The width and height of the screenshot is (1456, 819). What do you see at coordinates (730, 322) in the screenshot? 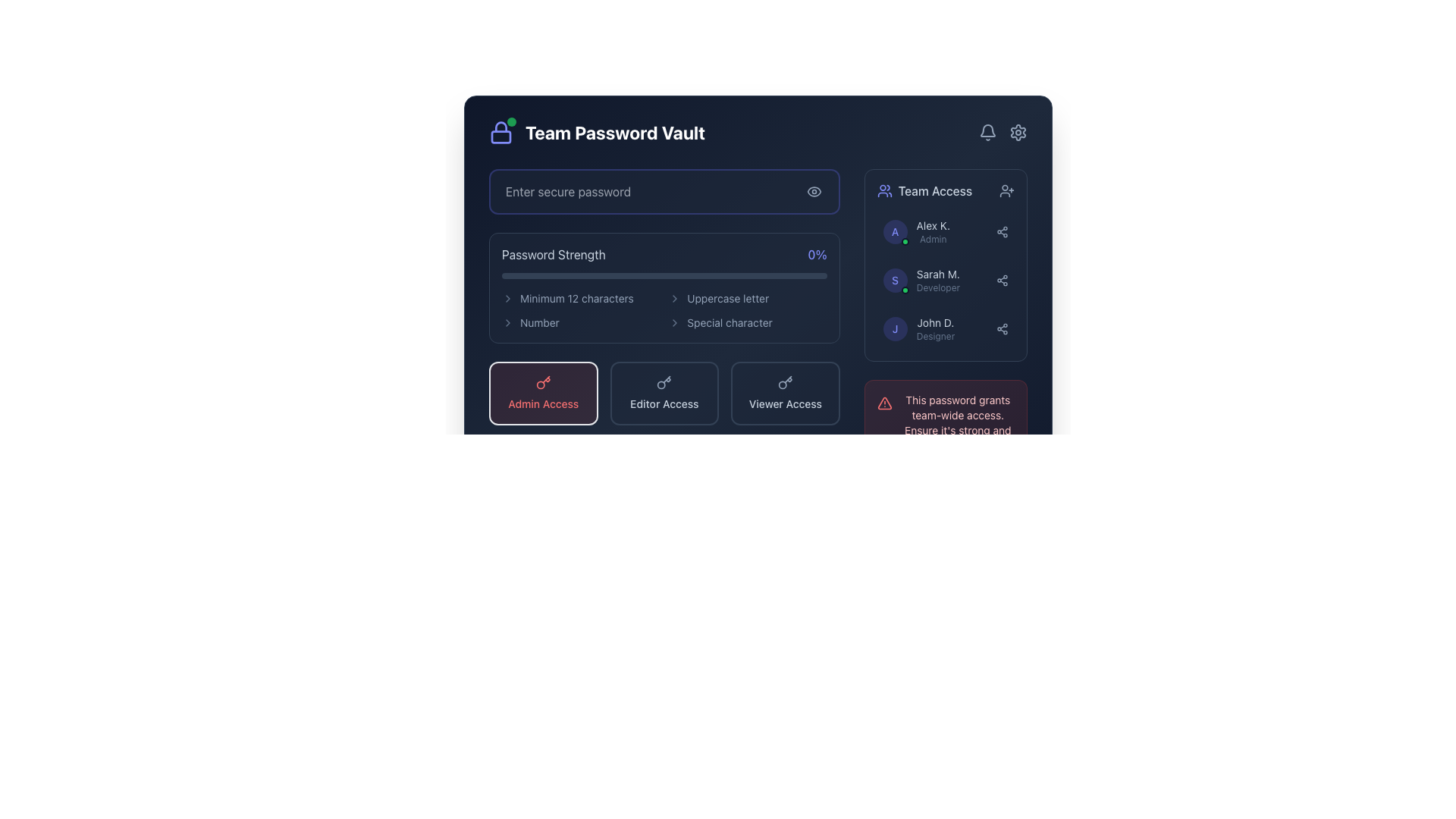
I see `the 'Special character' text label, which is styled in a small-sized sans-serif font and is part of the Password Strength section, positioned near the center-right of the interface` at bounding box center [730, 322].